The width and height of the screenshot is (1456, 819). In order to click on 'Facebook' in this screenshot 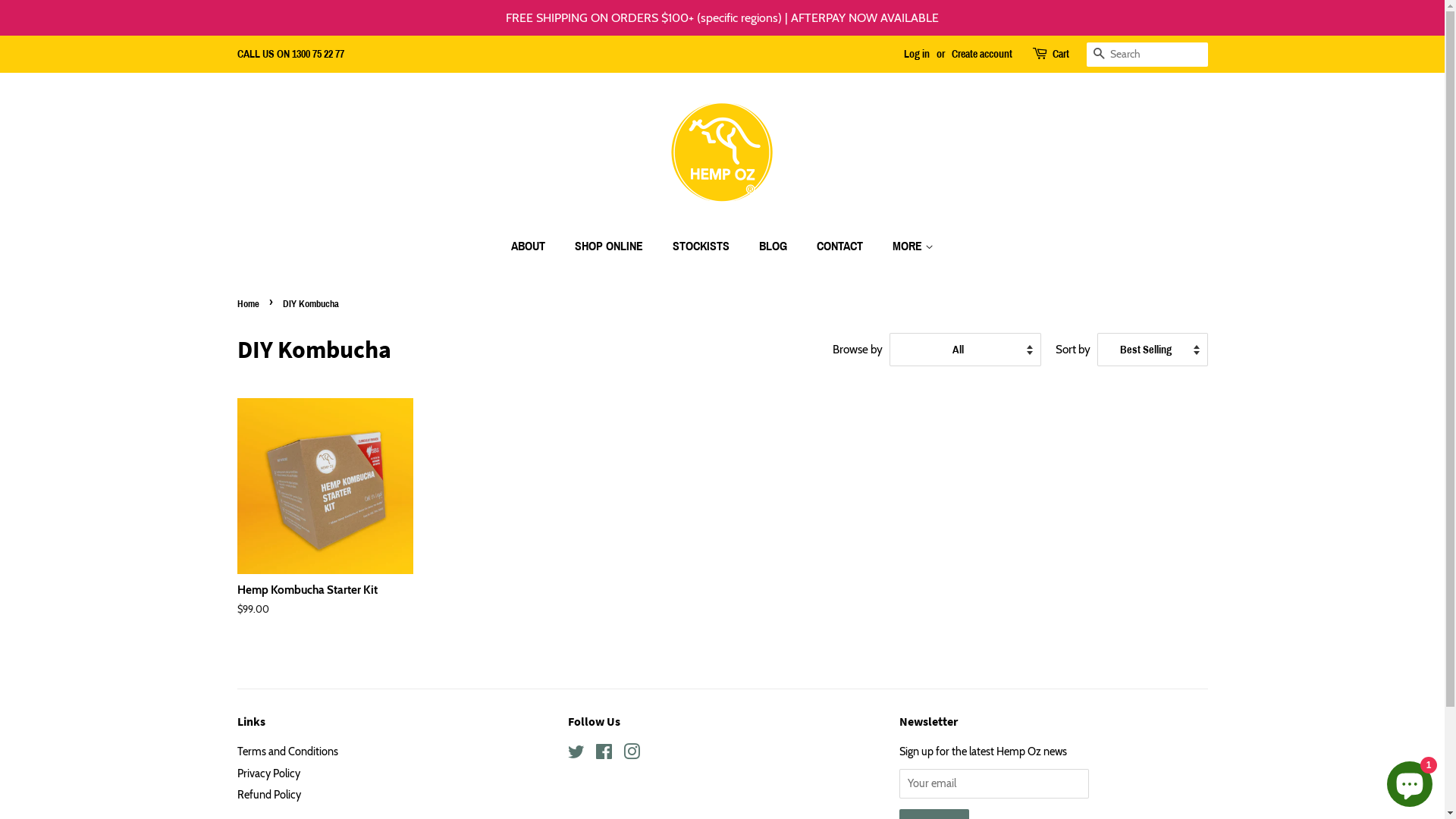, I will do `click(603, 755)`.